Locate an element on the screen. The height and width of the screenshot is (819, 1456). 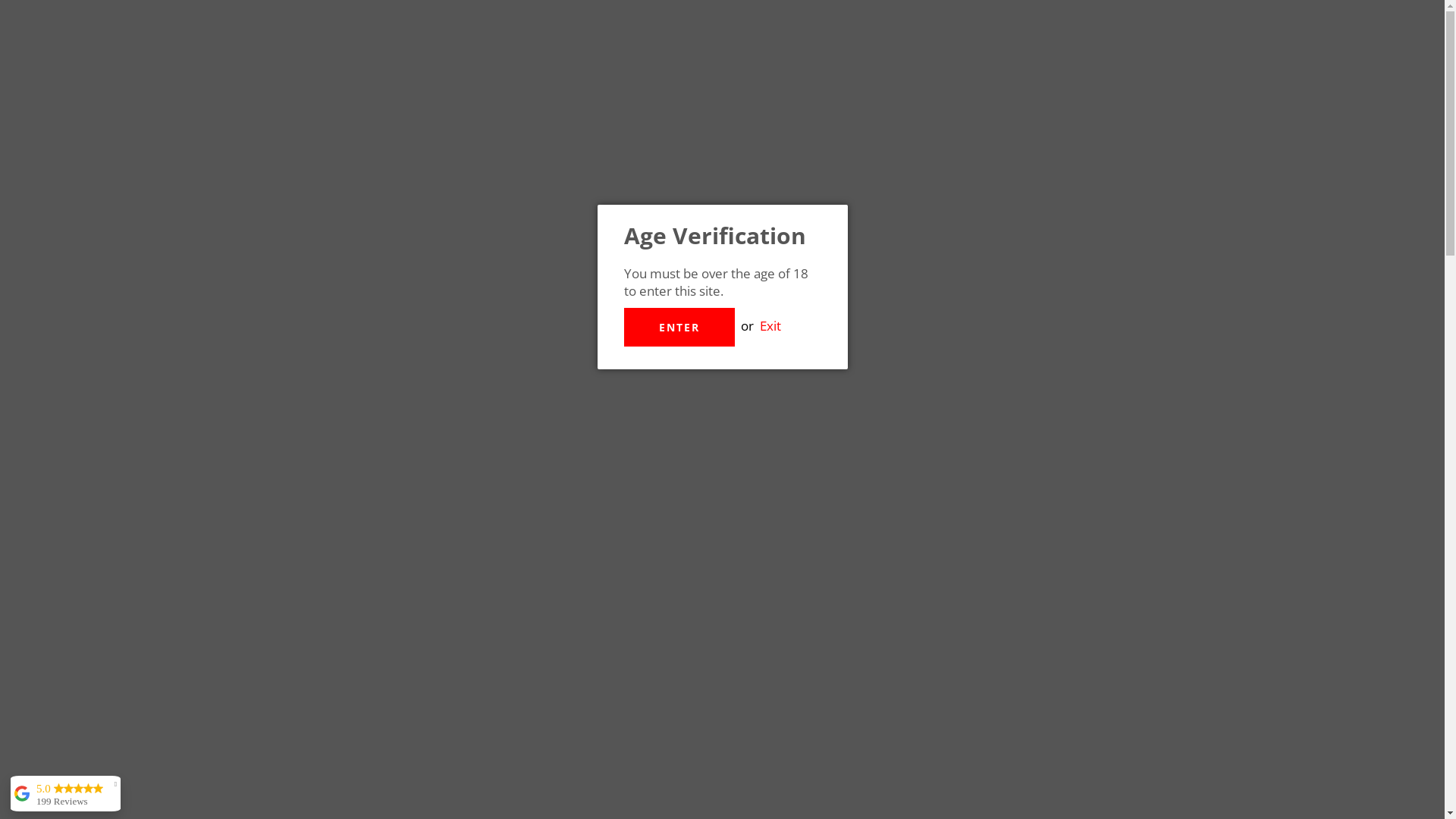
'ENTER' is located at coordinates (678, 326).